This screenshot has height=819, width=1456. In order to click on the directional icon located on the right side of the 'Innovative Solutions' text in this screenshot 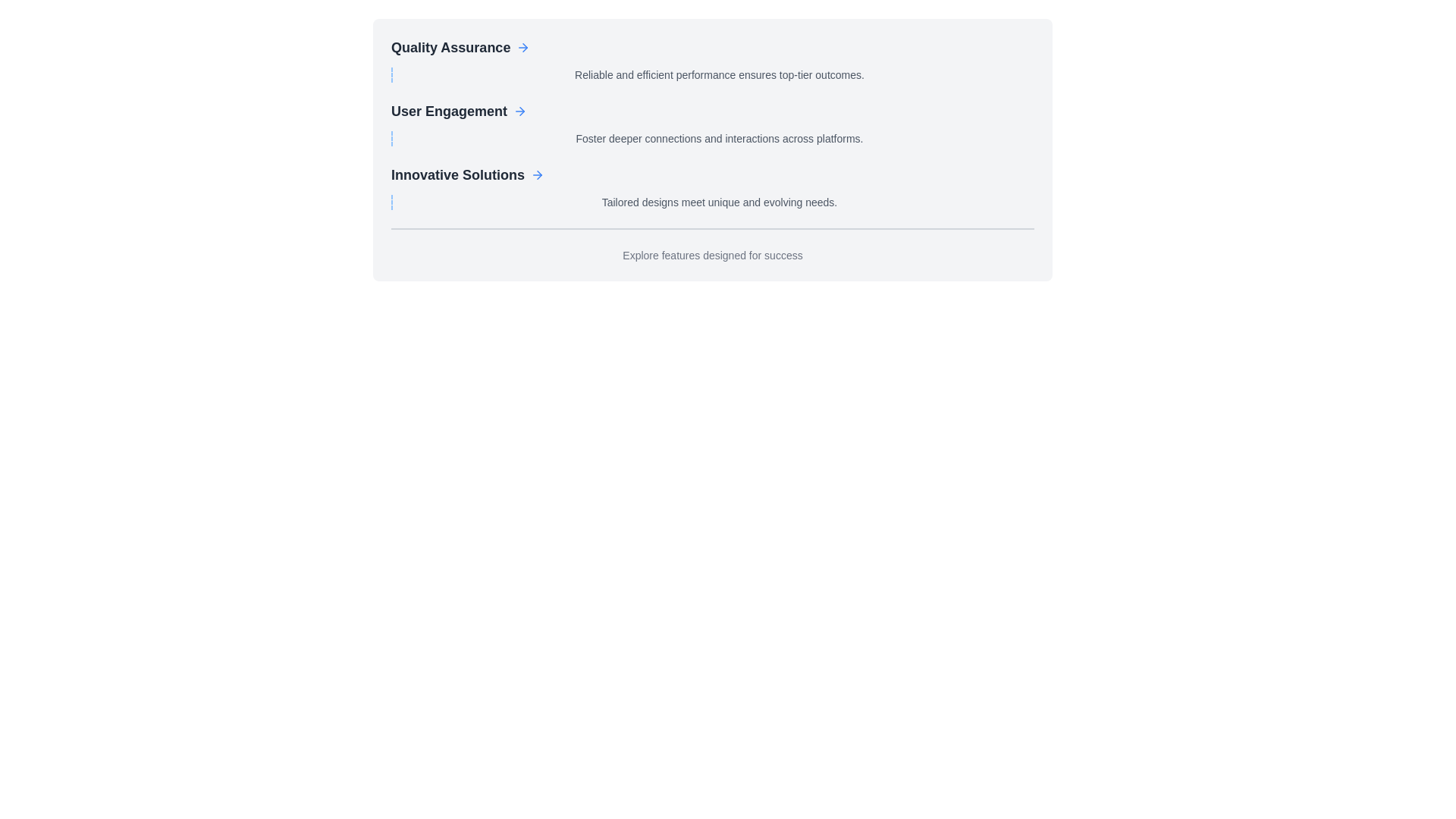, I will do `click(538, 174)`.